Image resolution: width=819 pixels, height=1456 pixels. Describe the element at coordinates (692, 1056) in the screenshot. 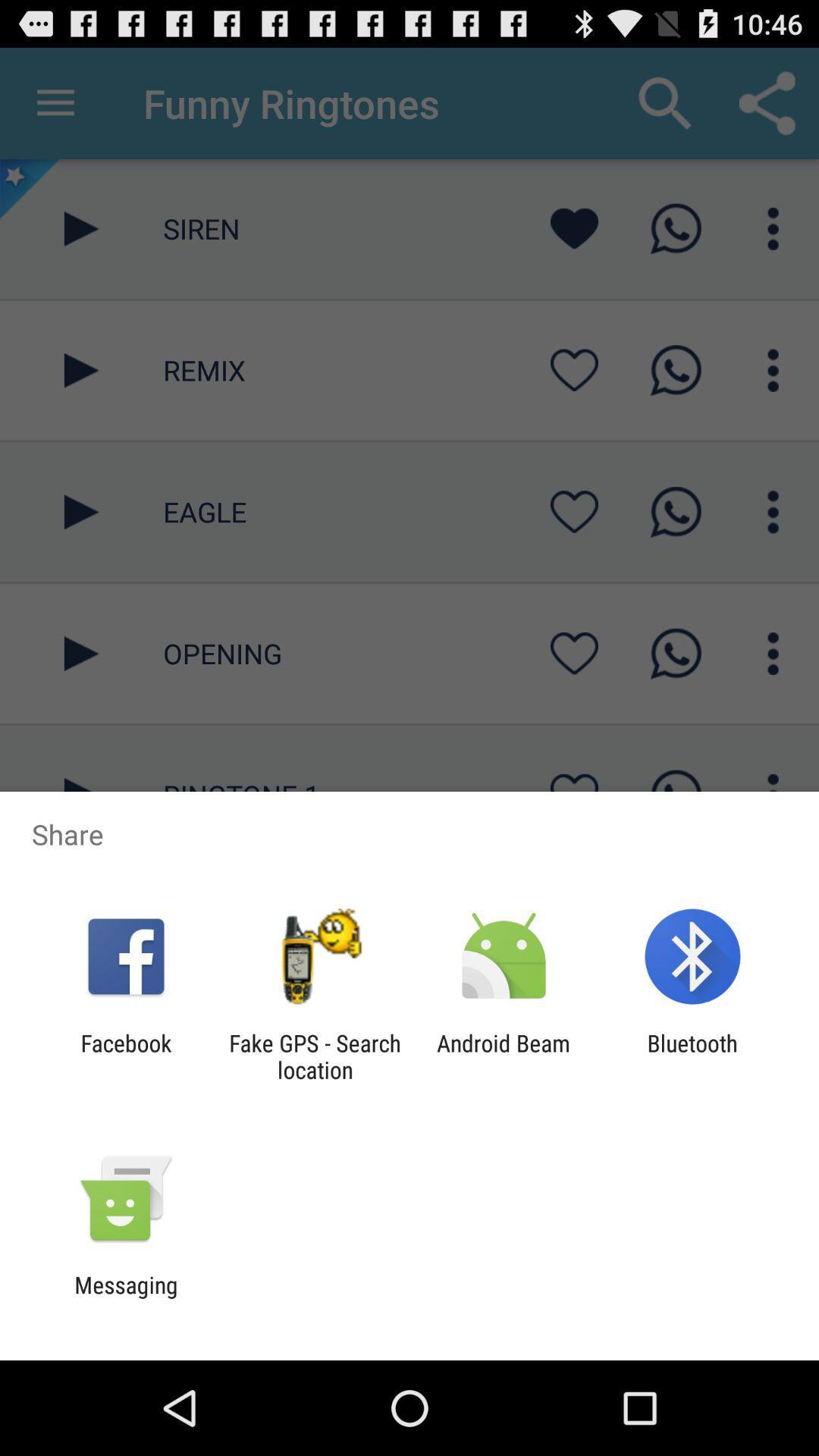

I see `item to the right of android beam item` at that location.